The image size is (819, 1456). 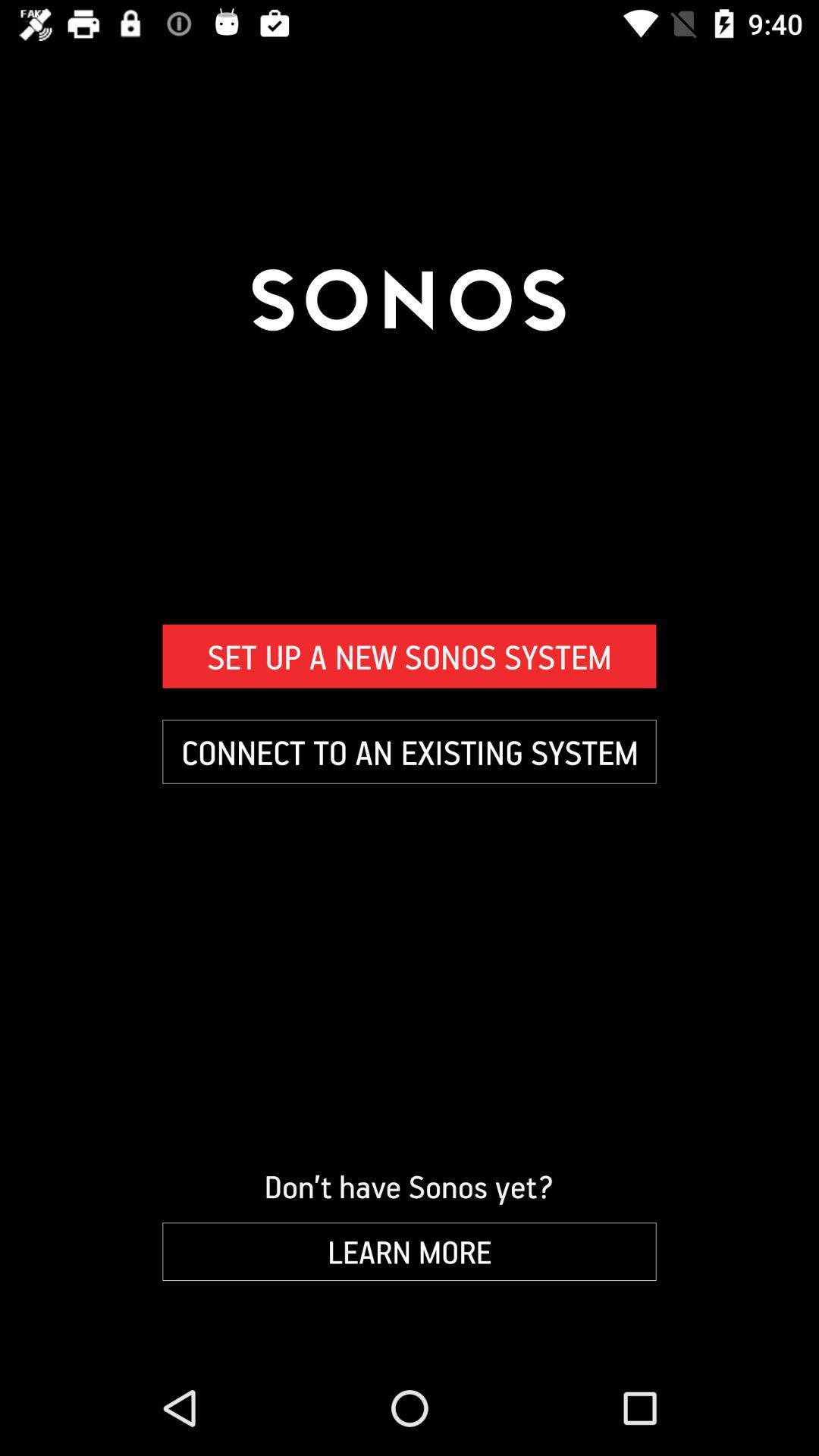 I want to click on set up a, so click(x=409, y=656).